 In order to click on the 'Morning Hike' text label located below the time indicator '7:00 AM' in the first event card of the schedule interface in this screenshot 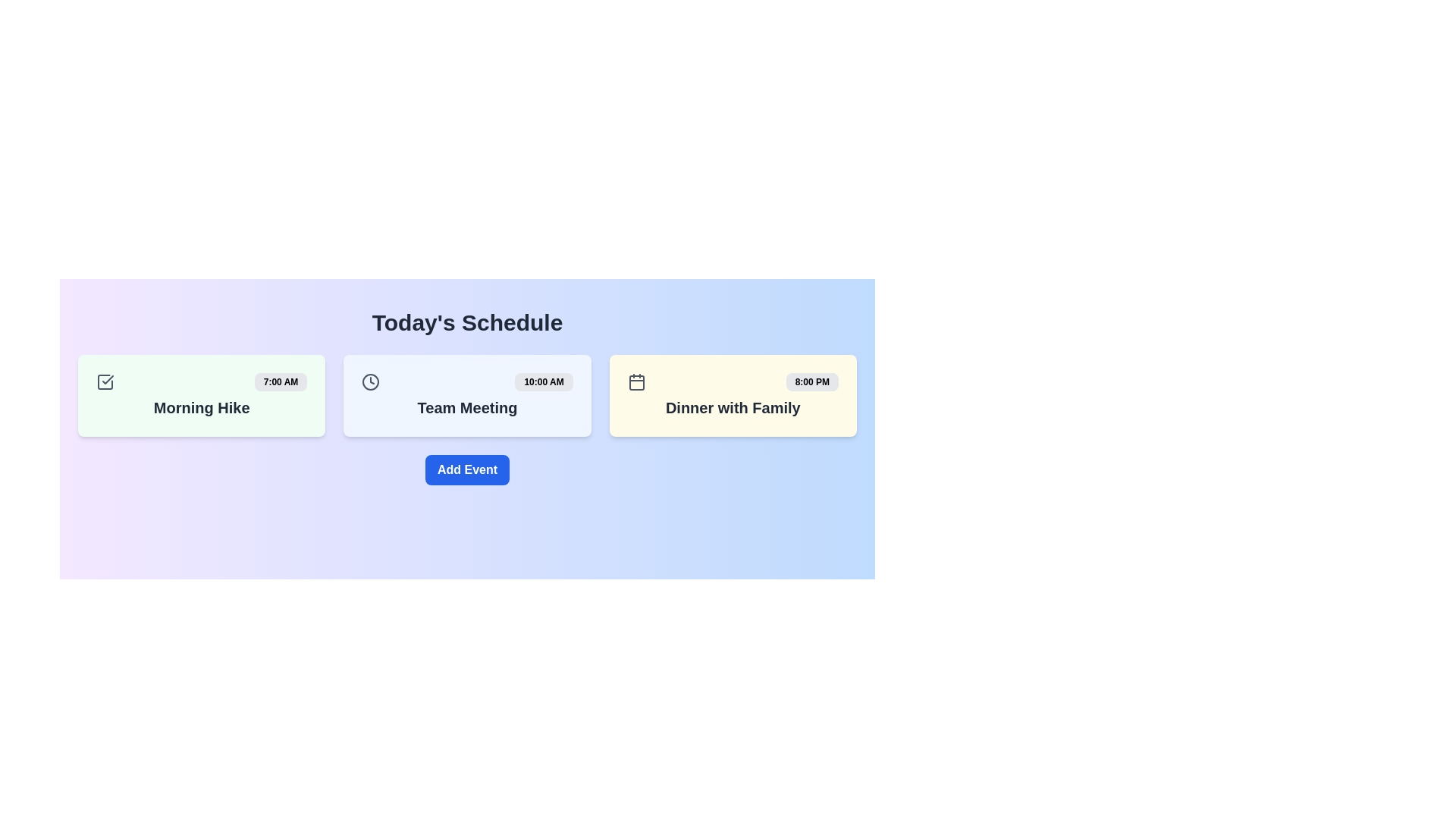, I will do `click(201, 406)`.